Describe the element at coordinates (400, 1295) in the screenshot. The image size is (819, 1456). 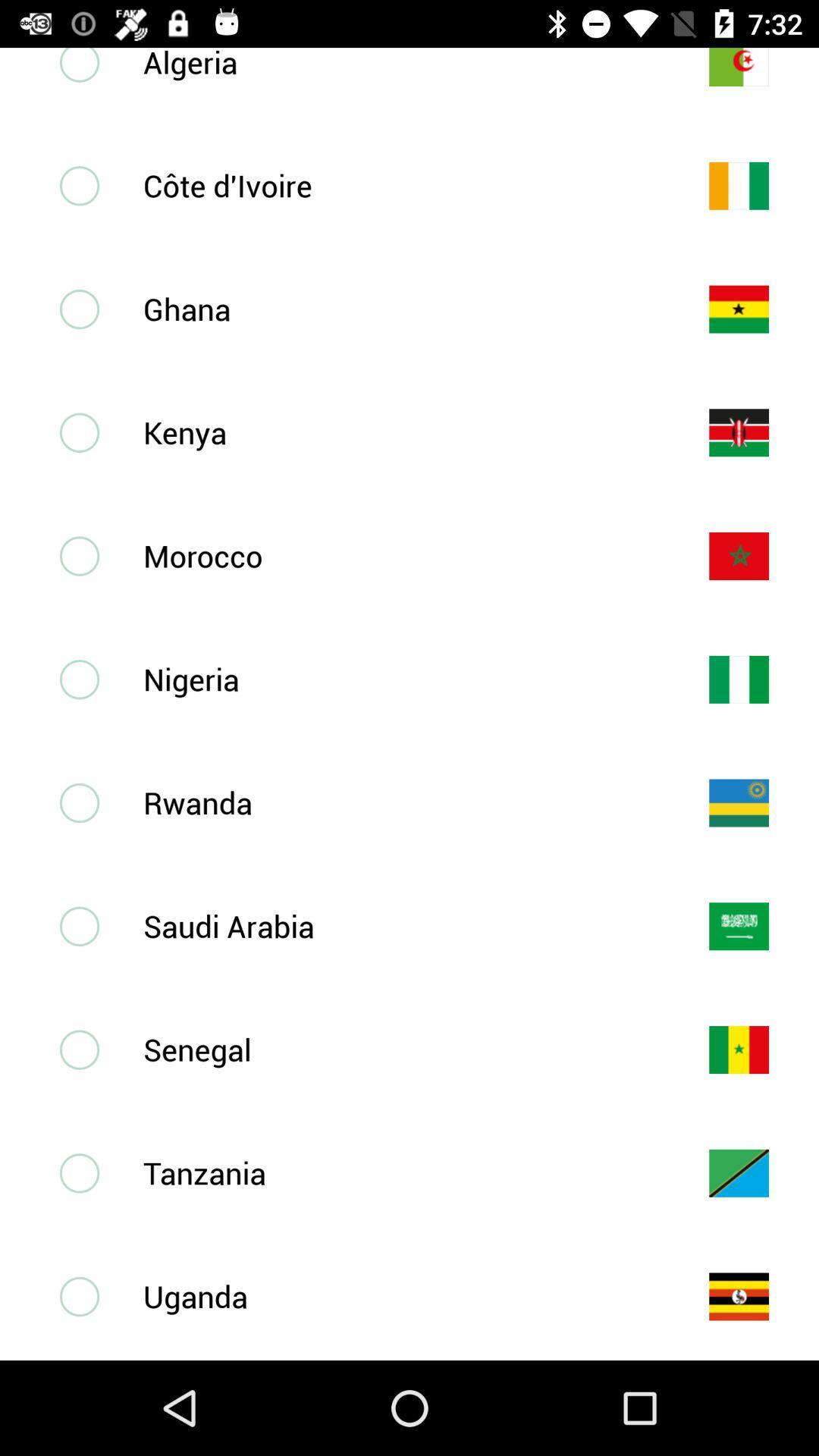
I see `uganda icon` at that location.